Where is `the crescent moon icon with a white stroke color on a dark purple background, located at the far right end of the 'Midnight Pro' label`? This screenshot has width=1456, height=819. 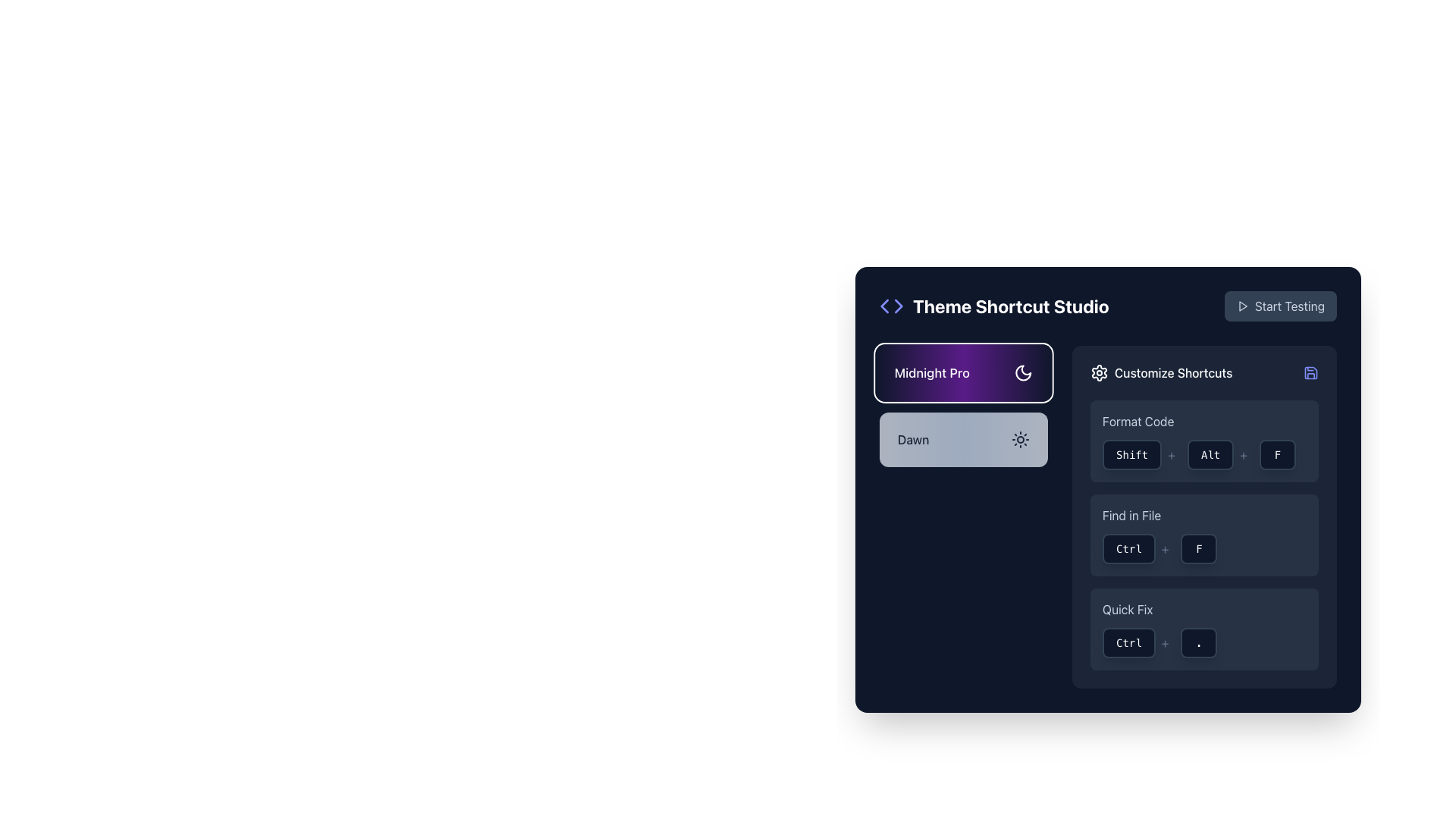 the crescent moon icon with a white stroke color on a dark purple background, located at the far right end of the 'Midnight Pro' label is located at coordinates (1023, 373).